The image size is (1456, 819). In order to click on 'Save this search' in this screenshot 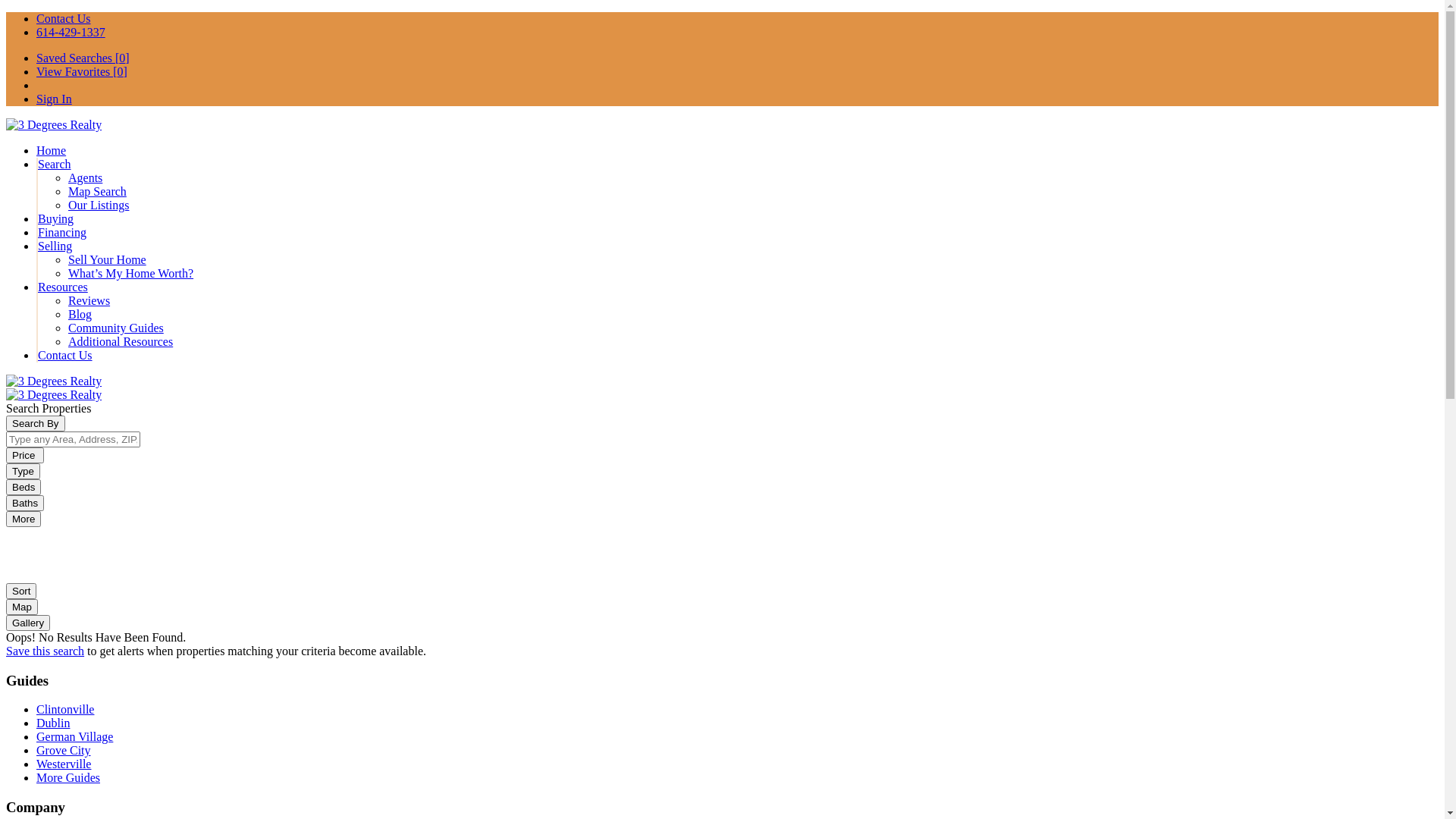, I will do `click(45, 650)`.